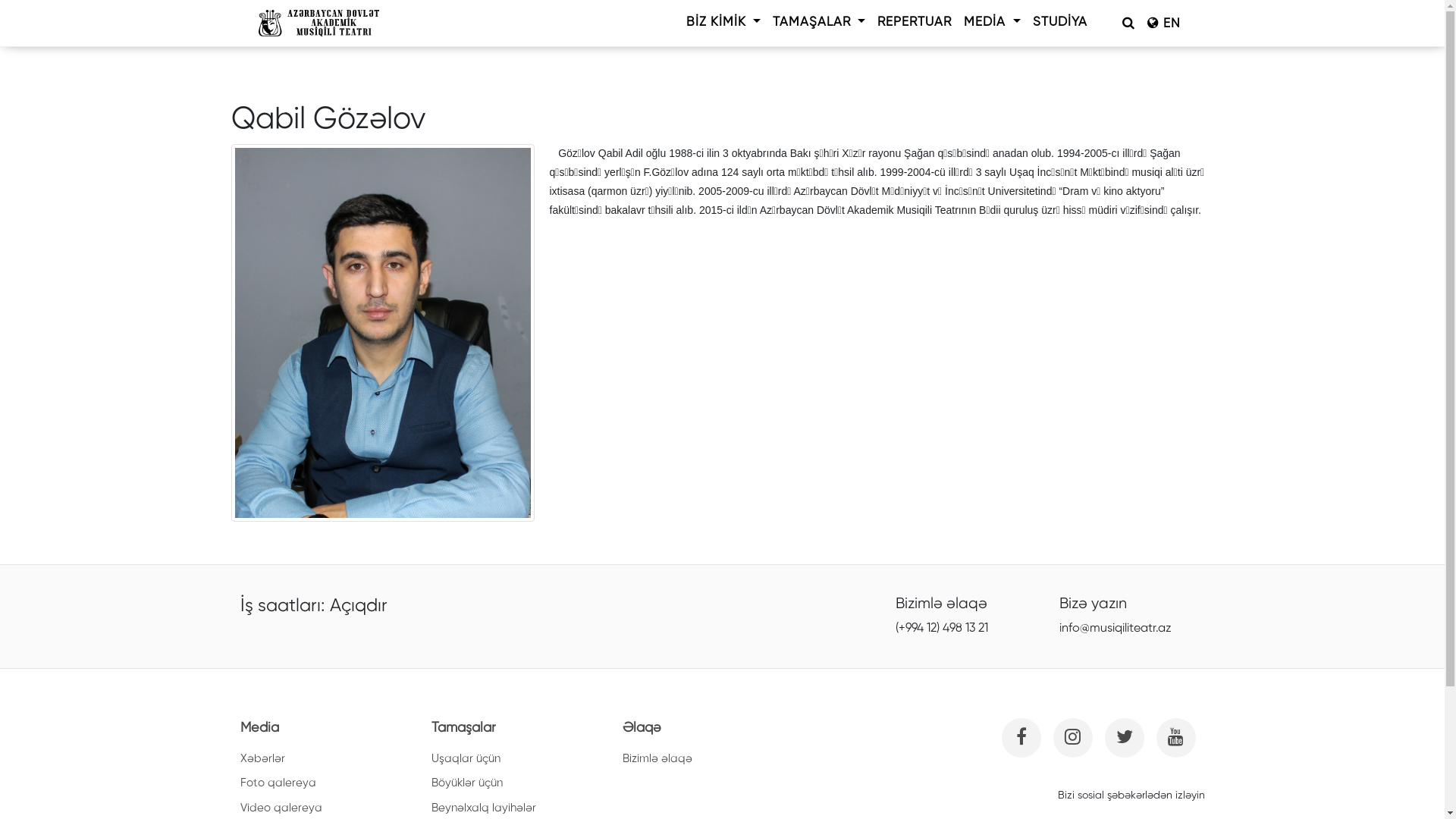 This screenshot has height=819, width=1456. I want to click on 'Video qalereya', so click(239, 807).